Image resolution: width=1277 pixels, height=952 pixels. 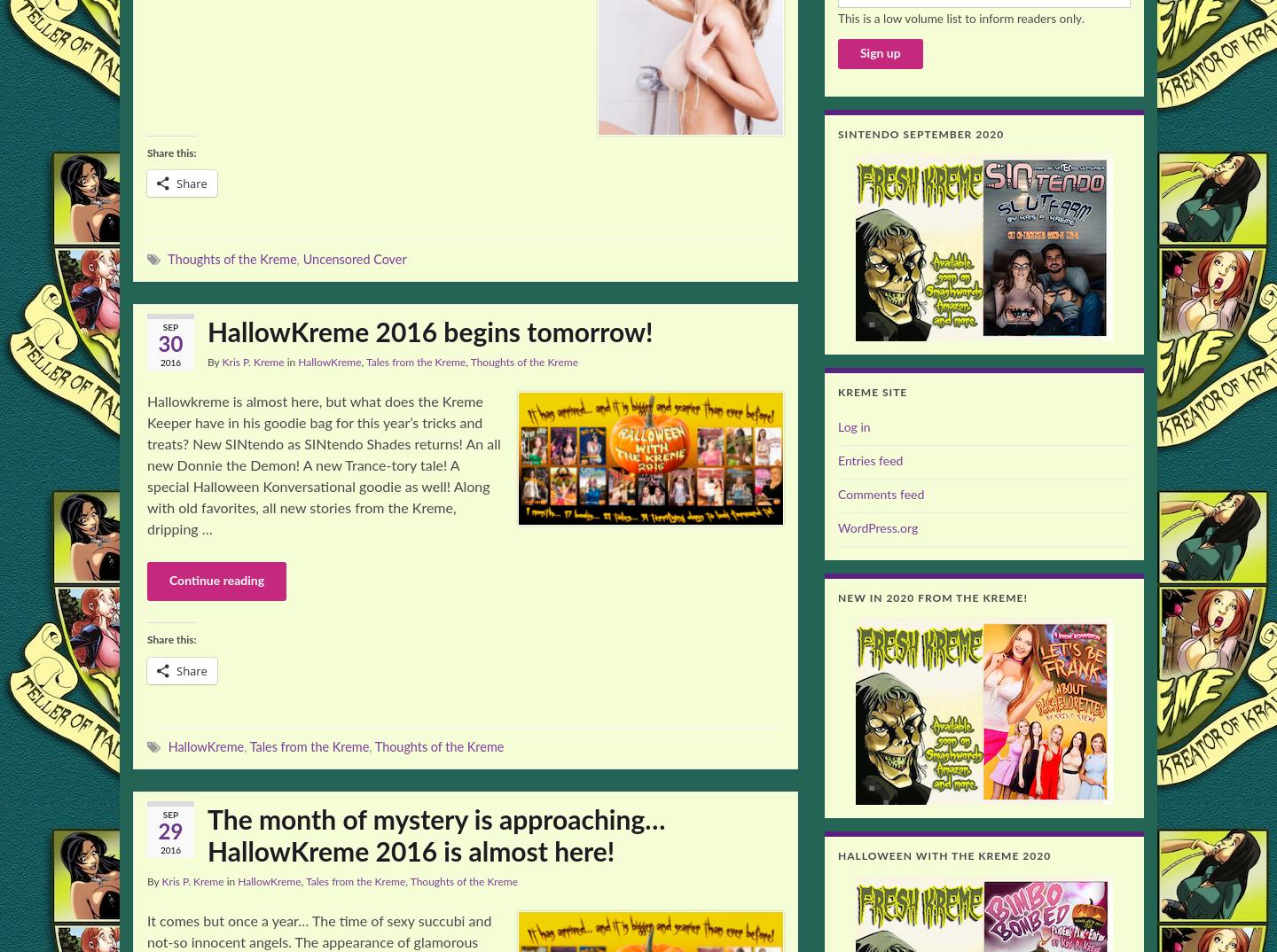 I want to click on 'Entries feed', so click(x=869, y=461).